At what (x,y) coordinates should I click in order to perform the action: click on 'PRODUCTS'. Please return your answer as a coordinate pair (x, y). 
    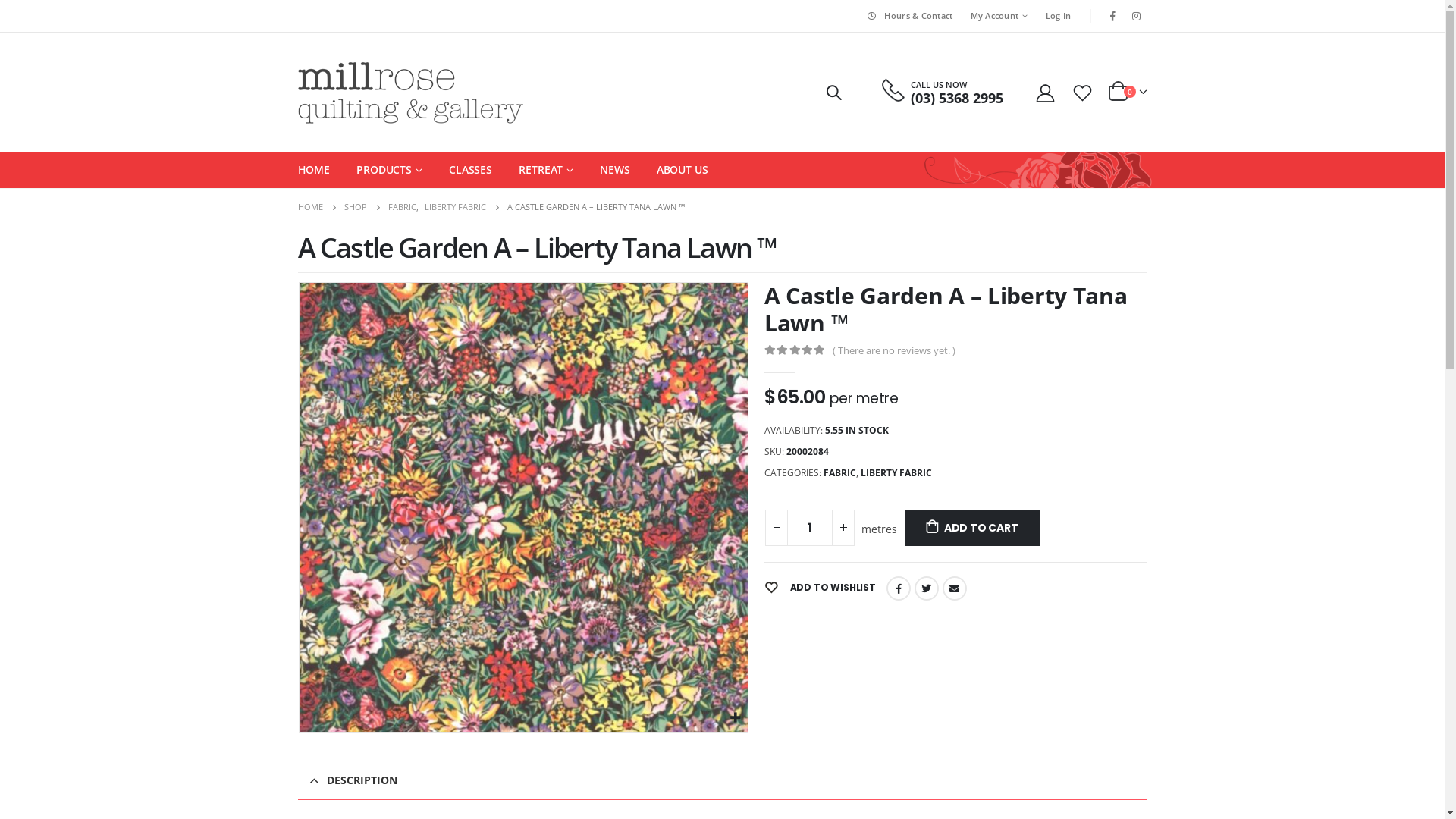
    Looking at the image, I should click on (389, 169).